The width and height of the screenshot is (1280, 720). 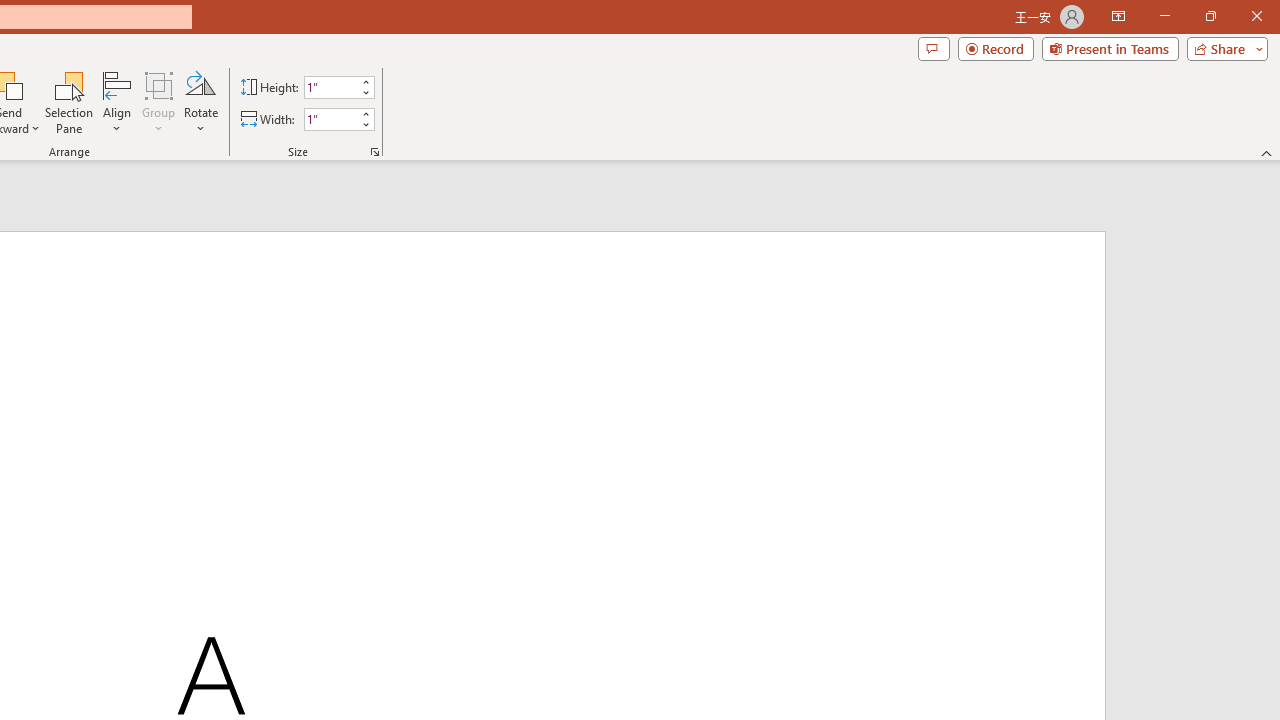 What do you see at coordinates (69, 103) in the screenshot?
I see `'Selection Pane...'` at bounding box center [69, 103].